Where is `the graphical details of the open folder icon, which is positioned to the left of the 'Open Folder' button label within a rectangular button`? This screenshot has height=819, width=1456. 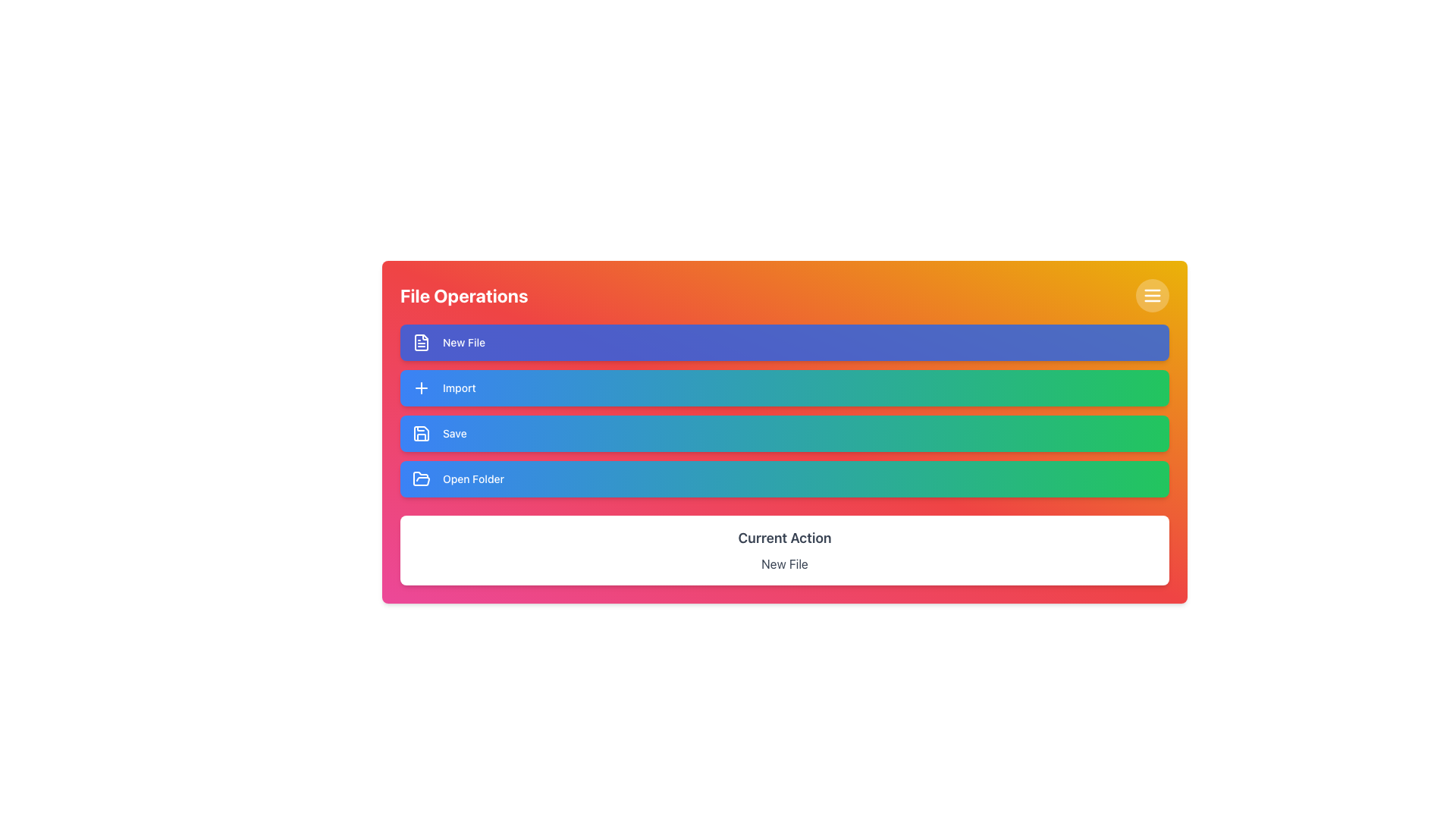 the graphical details of the open folder icon, which is positioned to the left of the 'Open Folder' button label within a rectangular button is located at coordinates (422, 479).